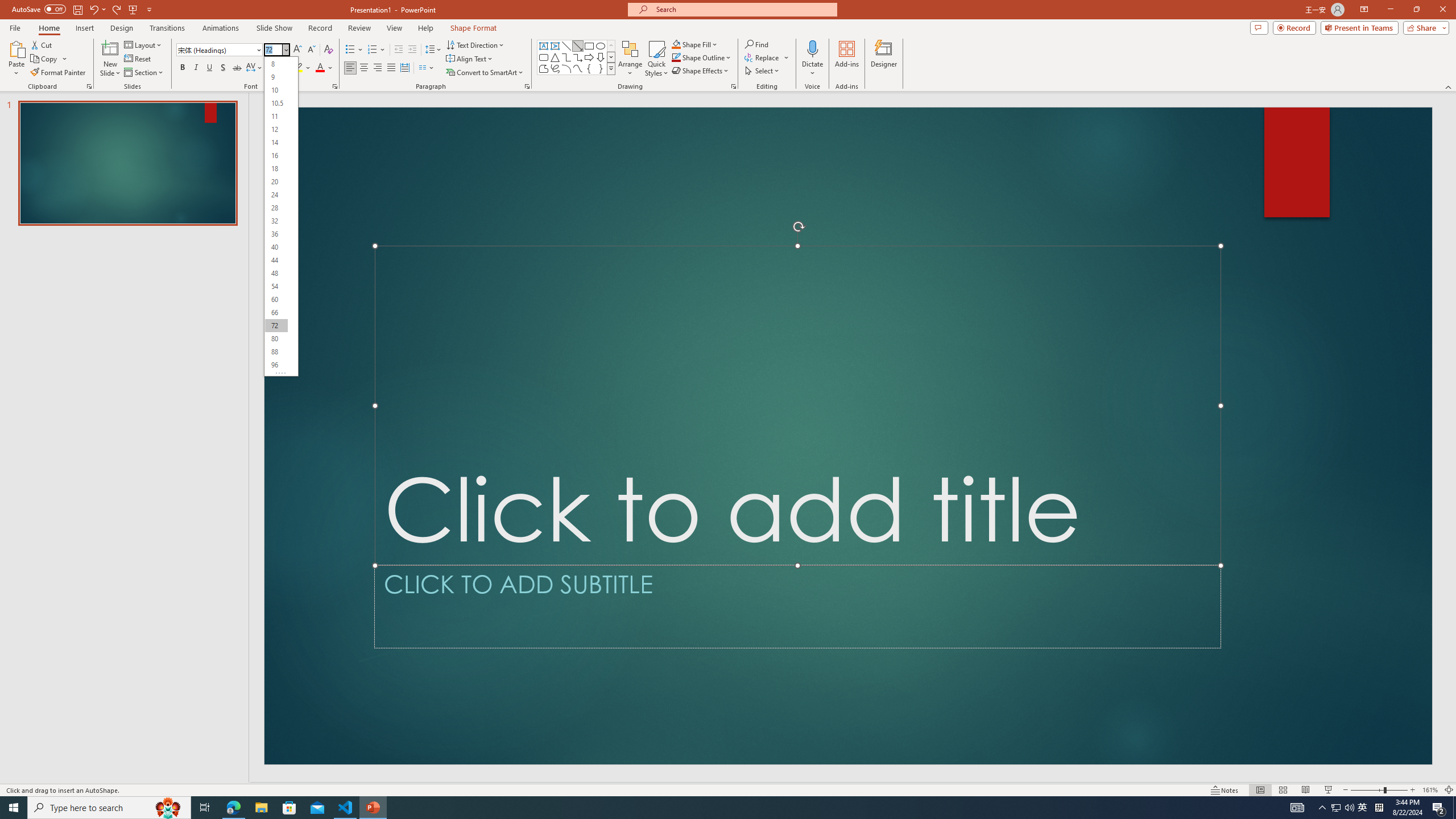 Image resolution: width=1456 pixels, height=819 pixels. I want to click on '54', so click(276, 286).